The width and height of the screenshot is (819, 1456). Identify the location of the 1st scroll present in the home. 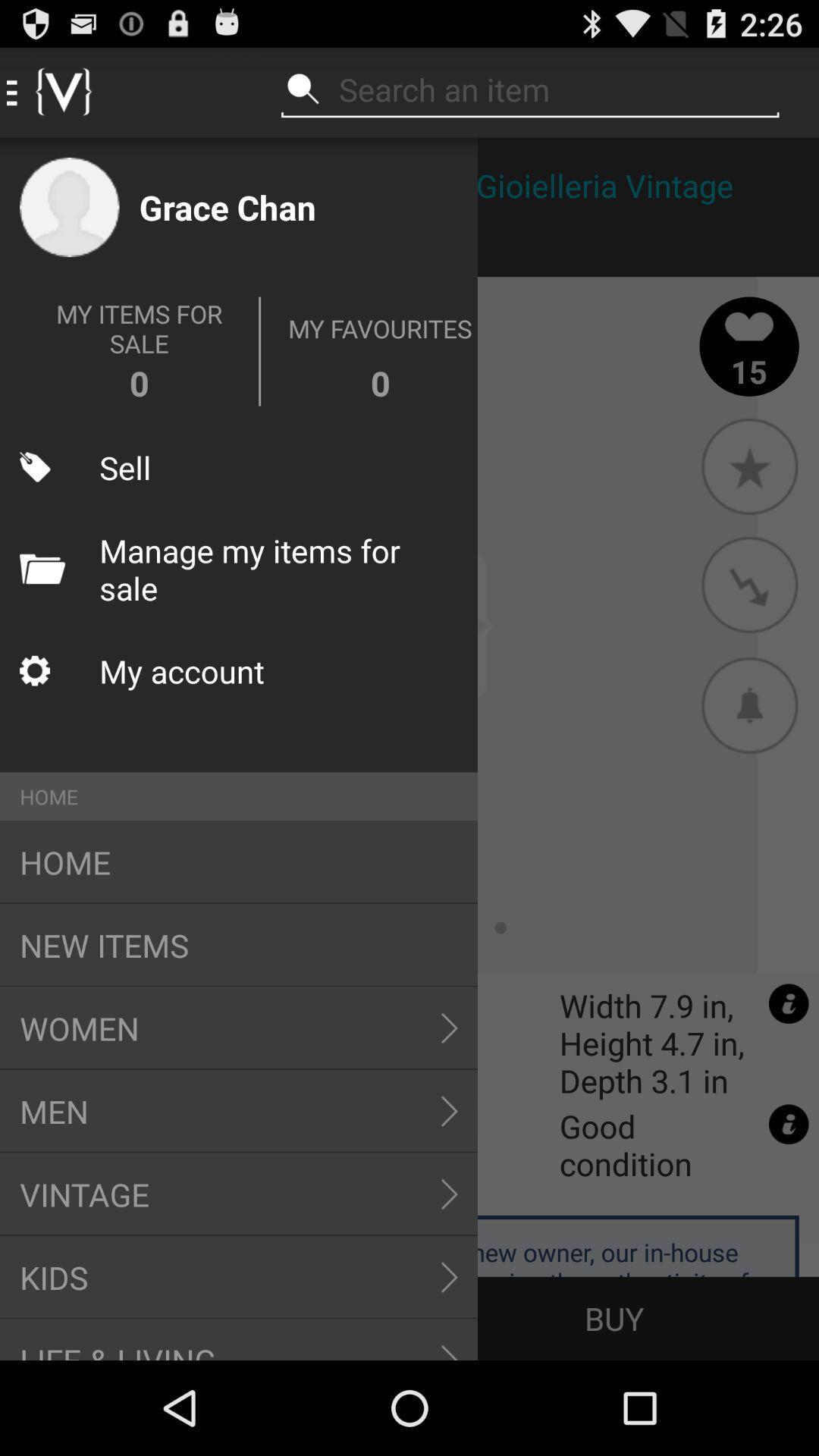
(449, 1028).